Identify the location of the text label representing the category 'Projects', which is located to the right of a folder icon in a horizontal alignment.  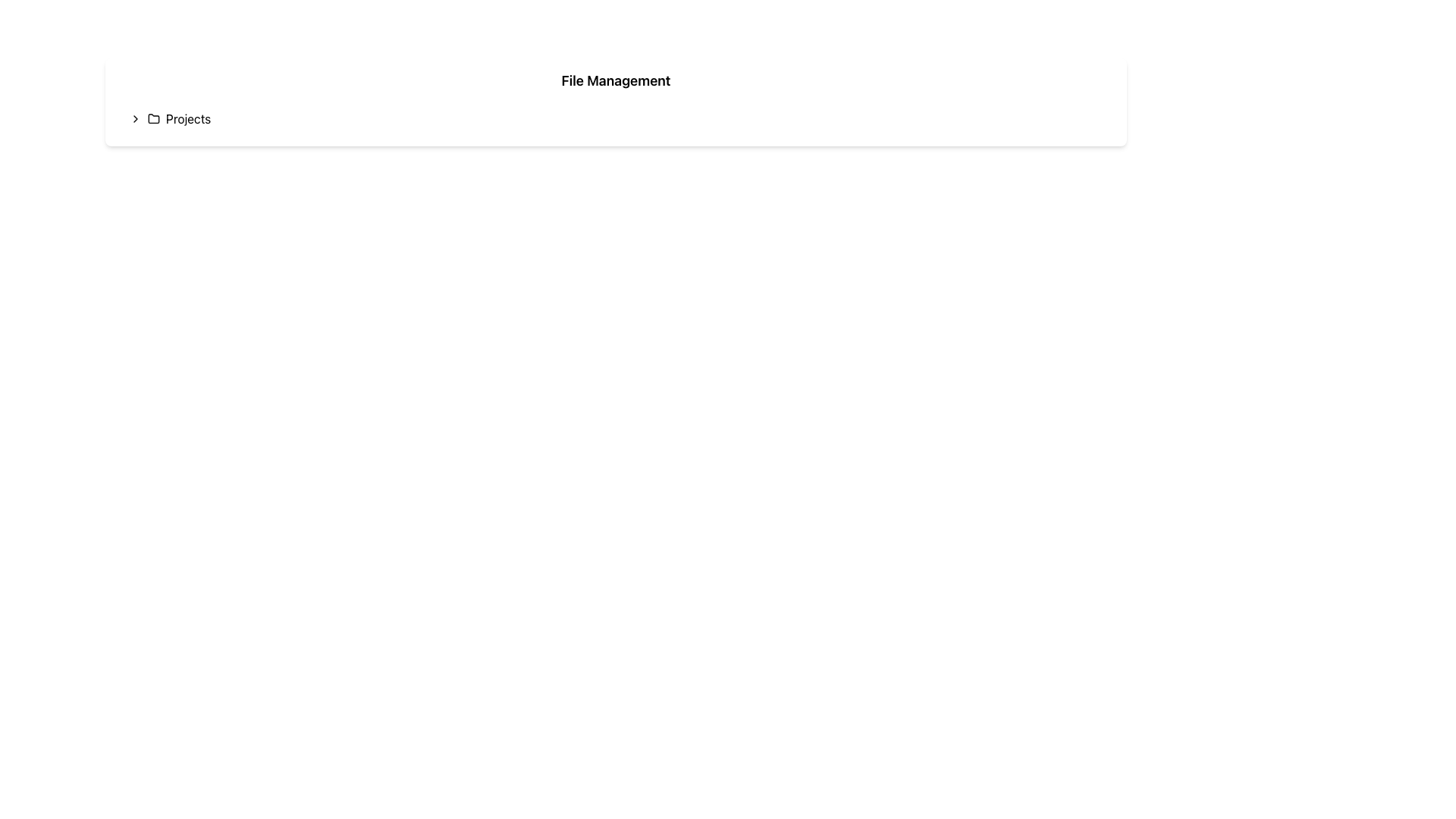
(187, 118).